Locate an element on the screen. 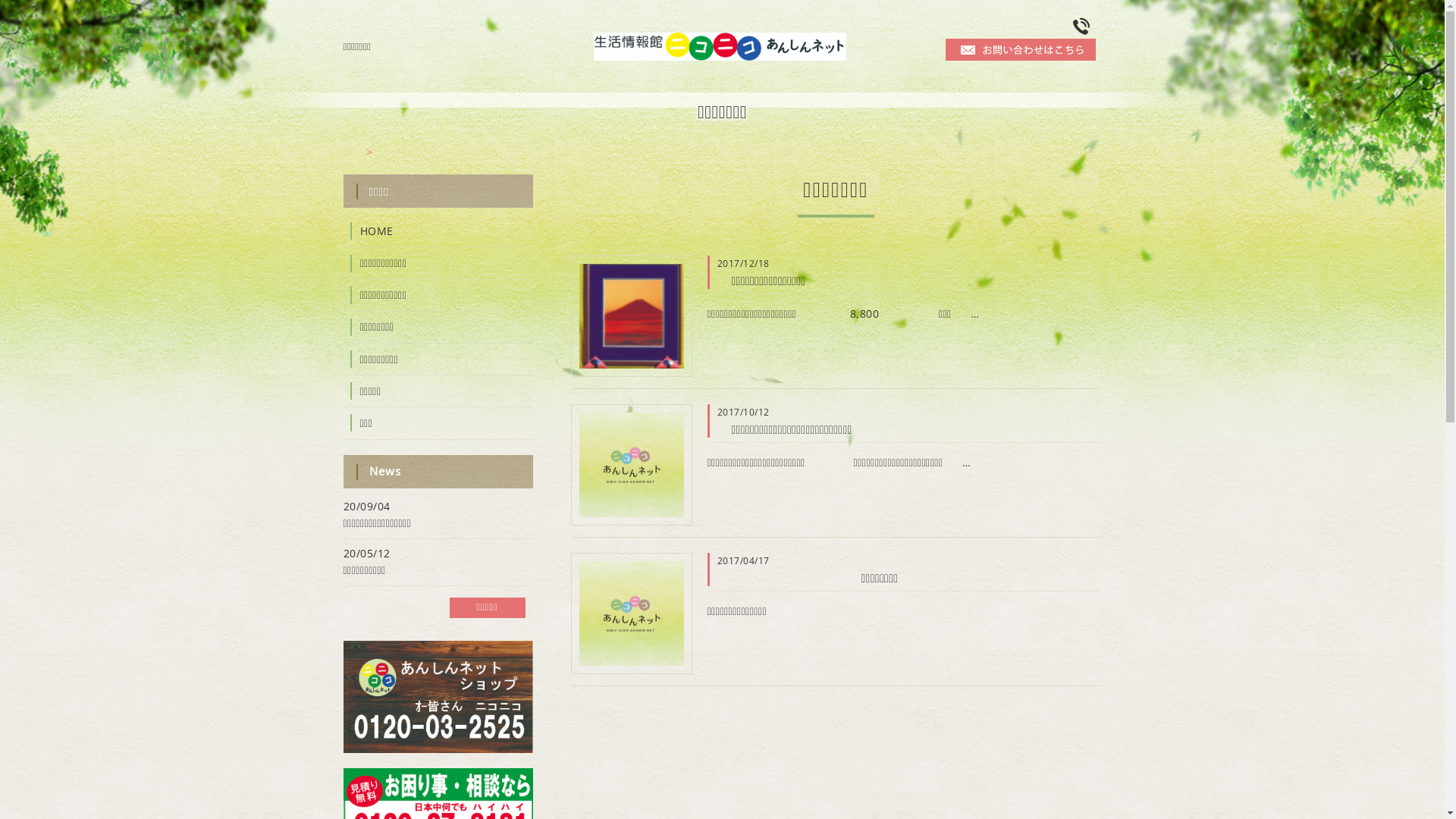  'HOME' is located at coordinates (341, 231).